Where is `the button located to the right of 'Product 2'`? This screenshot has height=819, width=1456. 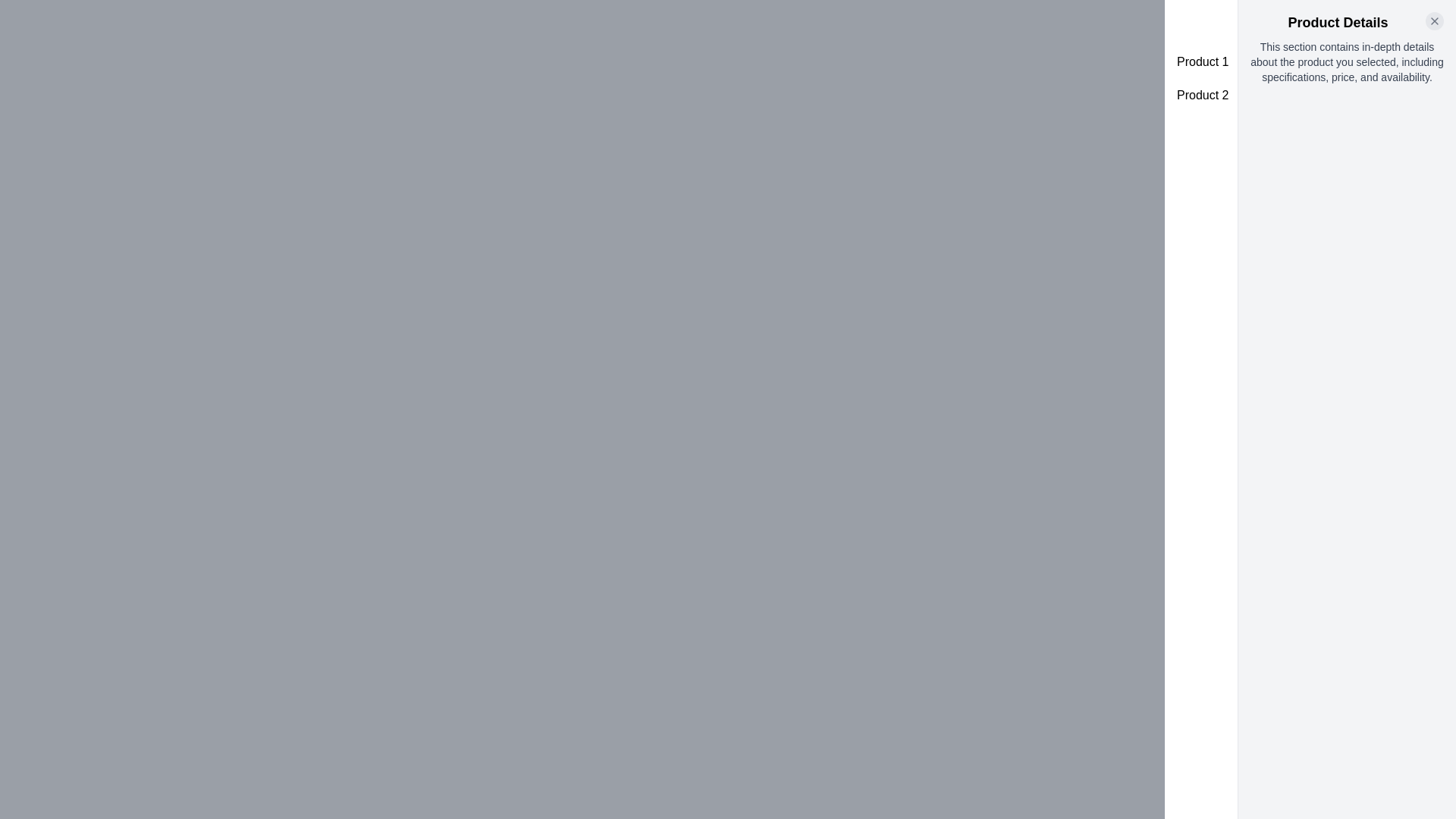 the button located to the right of 'Product 2' is located at coordinates (1420, 96).